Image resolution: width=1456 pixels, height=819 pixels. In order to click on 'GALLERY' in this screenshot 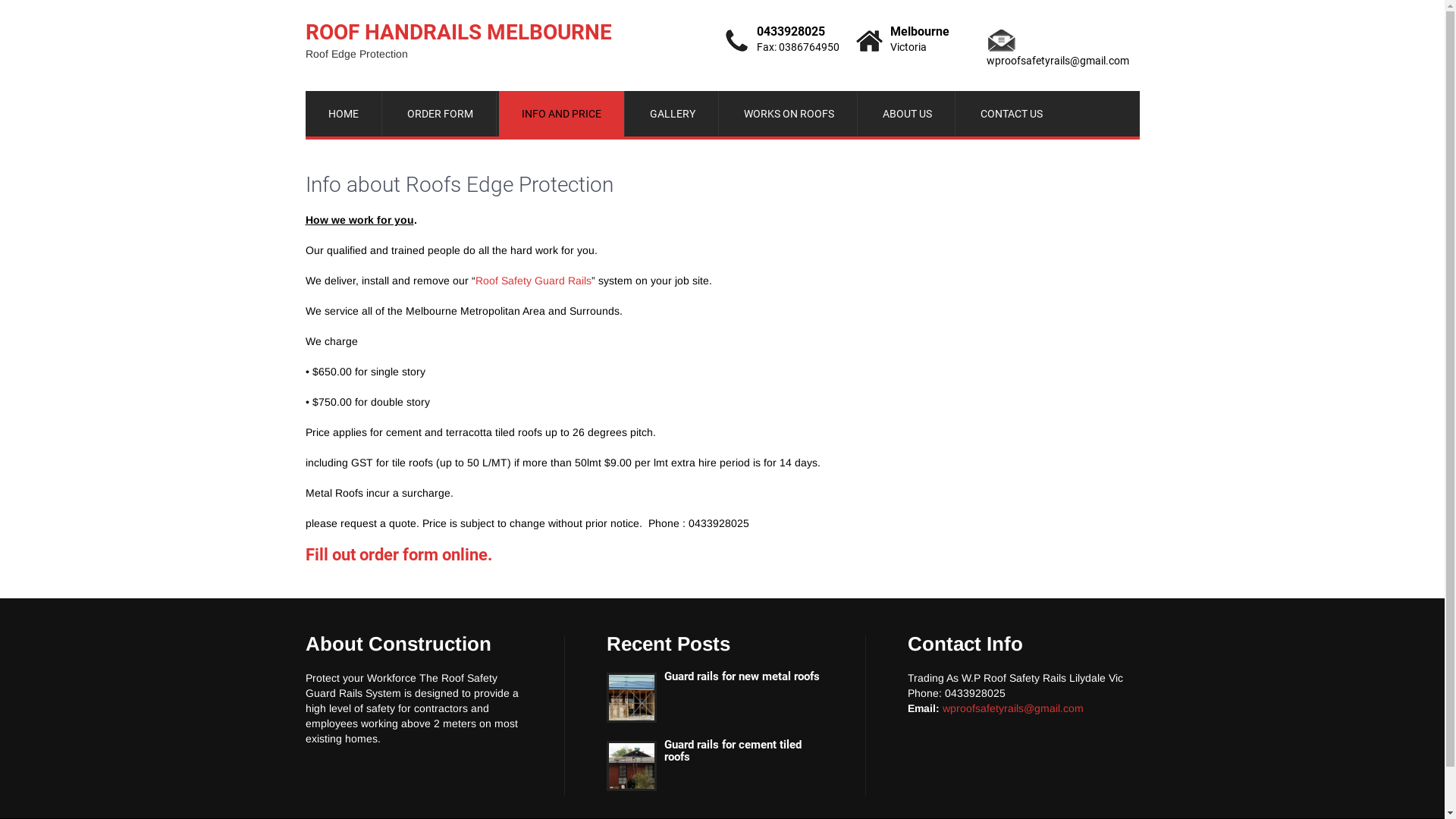, I will do `click(671, 113)`.